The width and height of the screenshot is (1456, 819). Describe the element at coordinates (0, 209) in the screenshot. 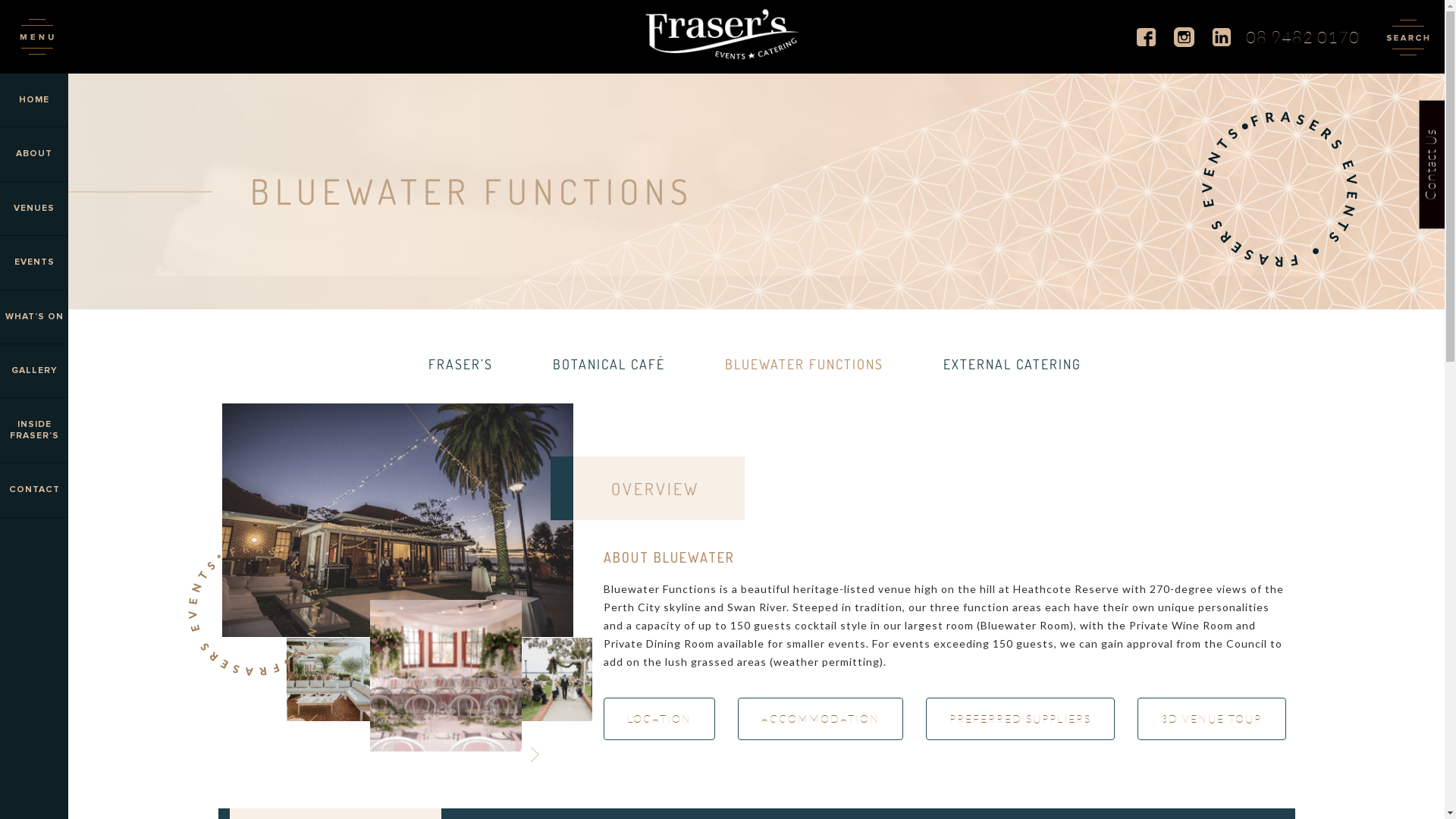

I see `'VENUES'` at that location.